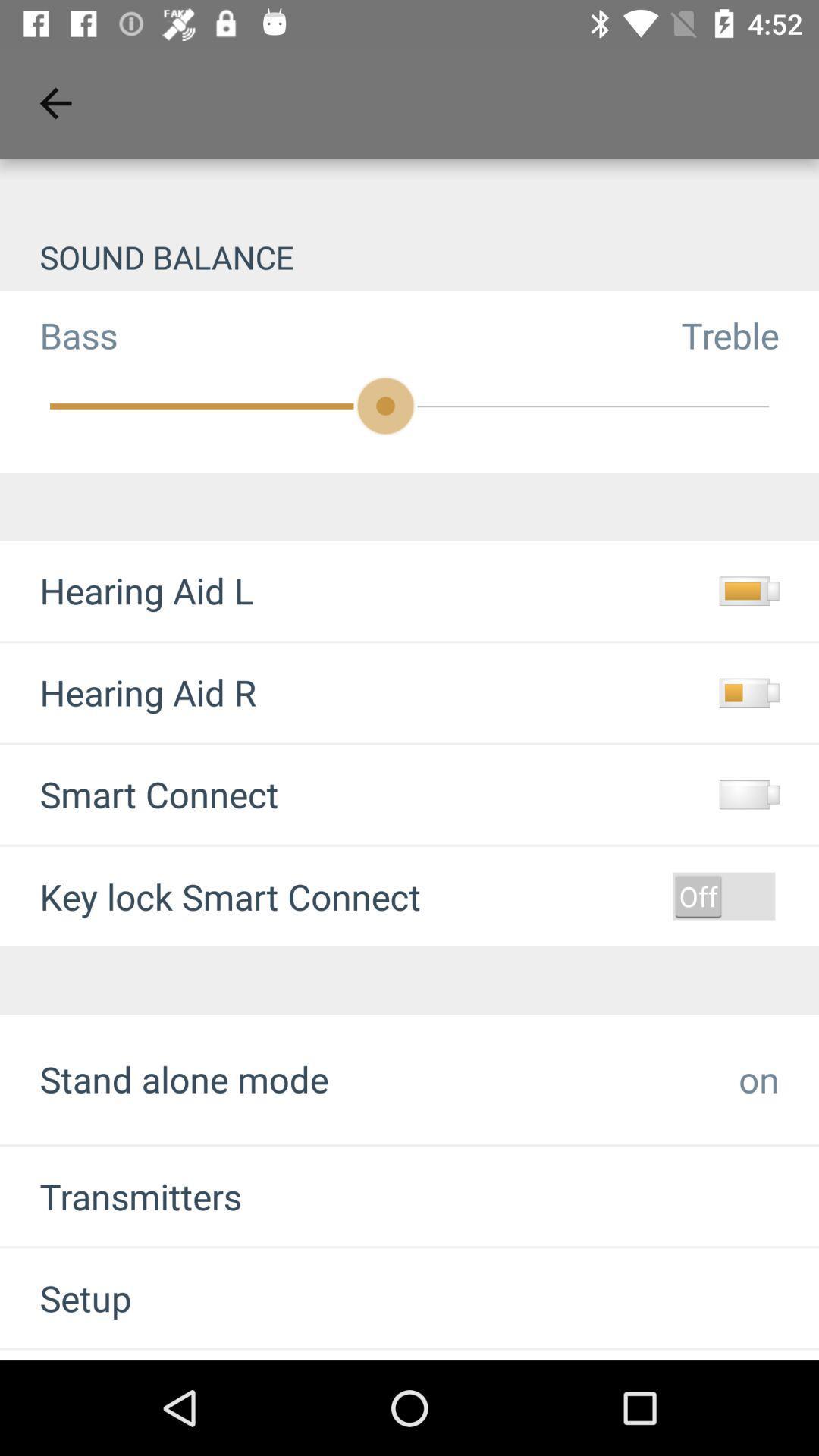  I want to click on transmitters item, so click(120, 1195).